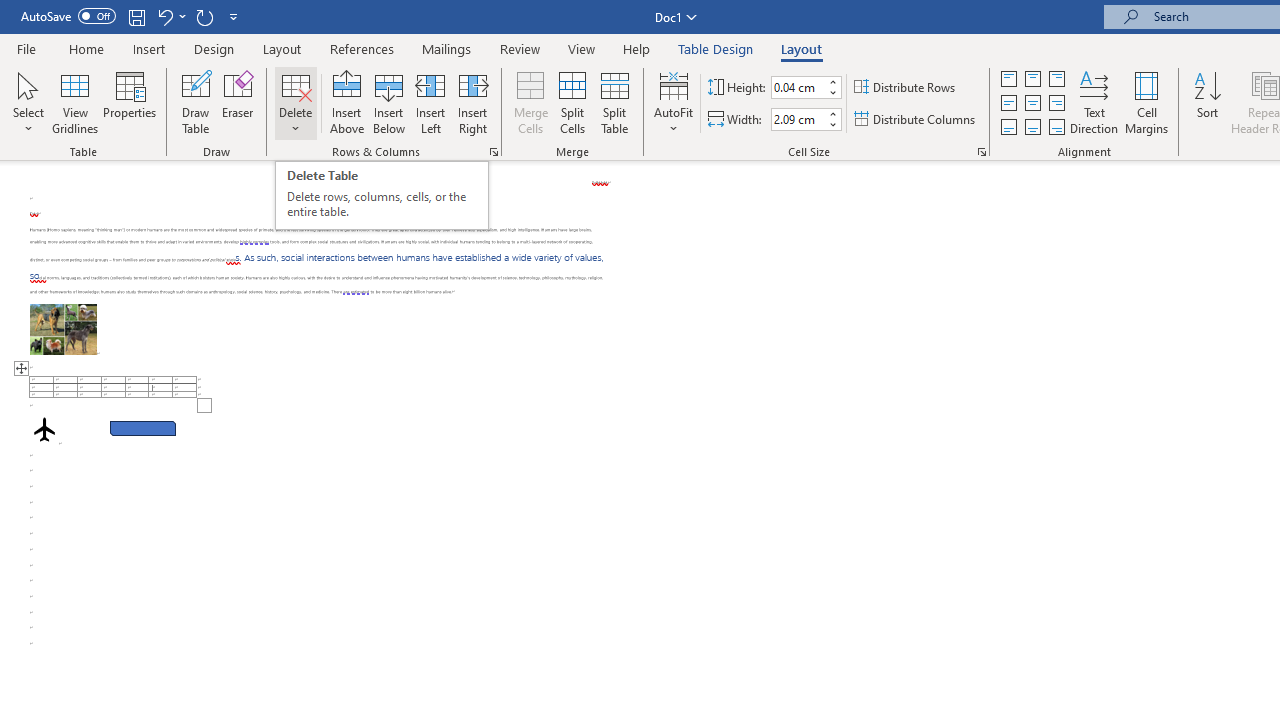 This screenshot has width=1280, height=720. What do you see at coordinates (63, 328) in the screenshot?
I see `'Morphological variation in six dogs'` at bounding box center [63, 328].